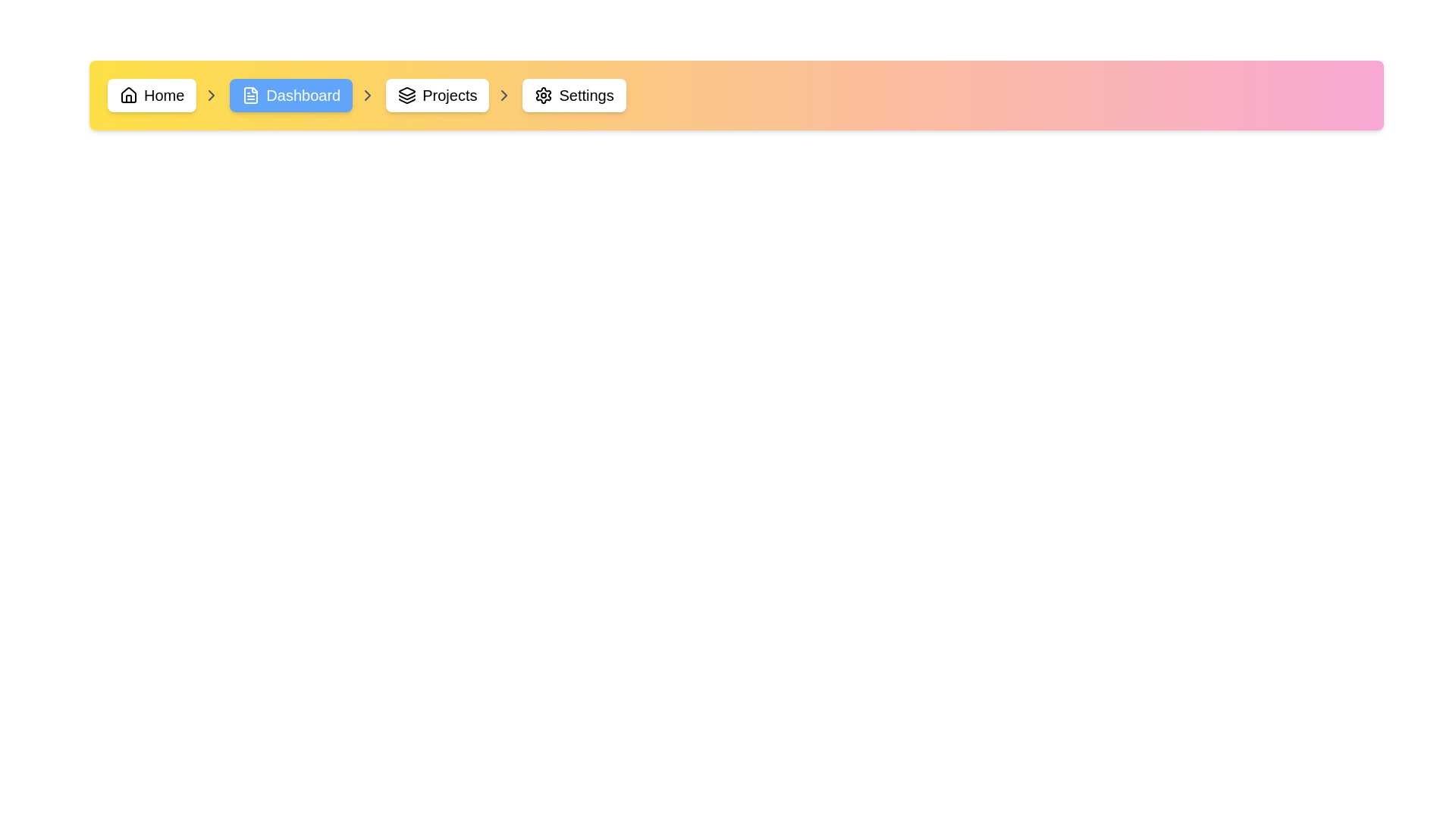  I want to click on the 'Projects' button in the breadcrumb navigation bar, so click(437, 96).